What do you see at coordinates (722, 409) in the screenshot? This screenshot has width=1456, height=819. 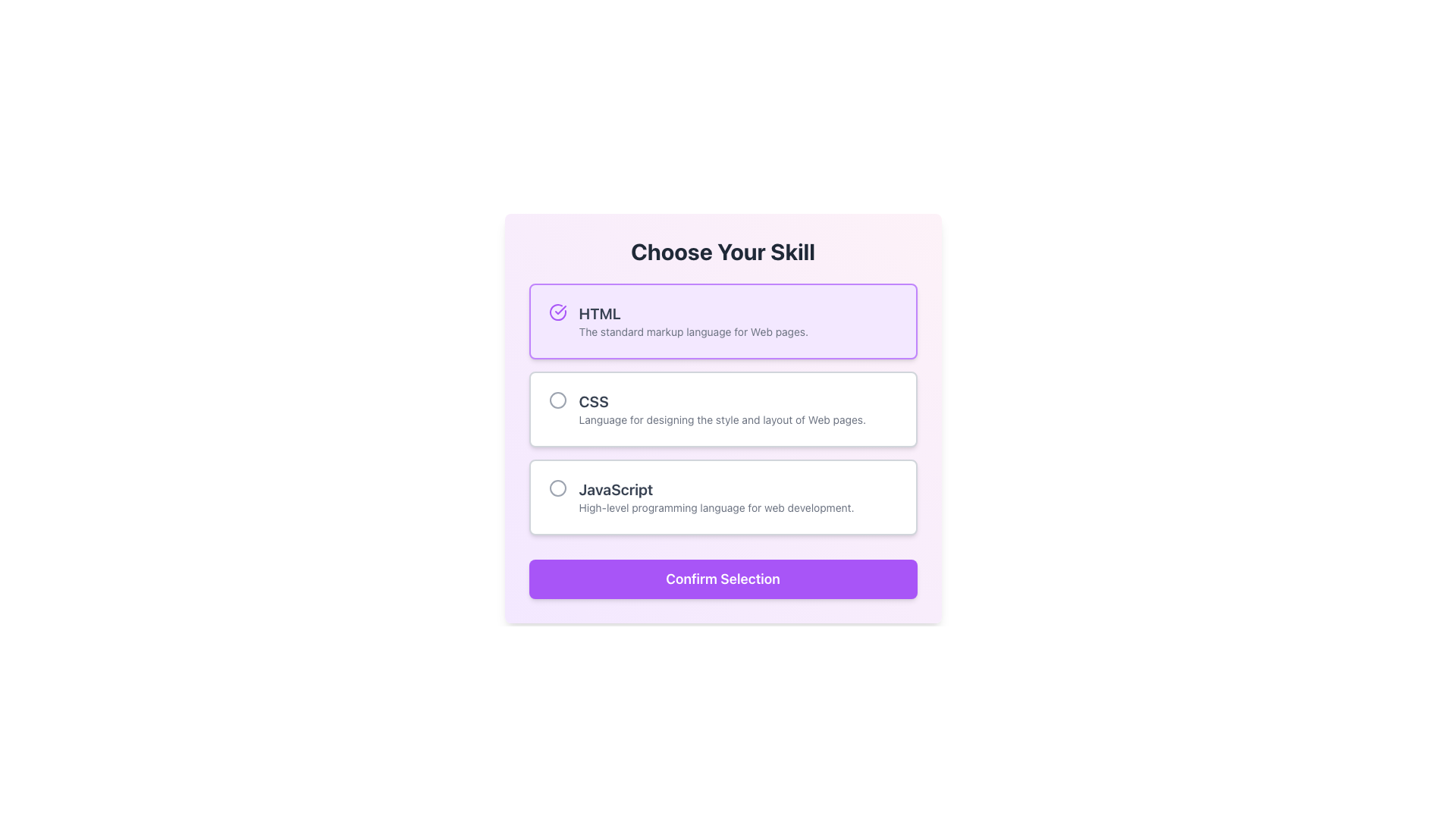 I see `the radio button within the second card titled 'CSS' for keyboard navigation` at bounding box center [722, 409].